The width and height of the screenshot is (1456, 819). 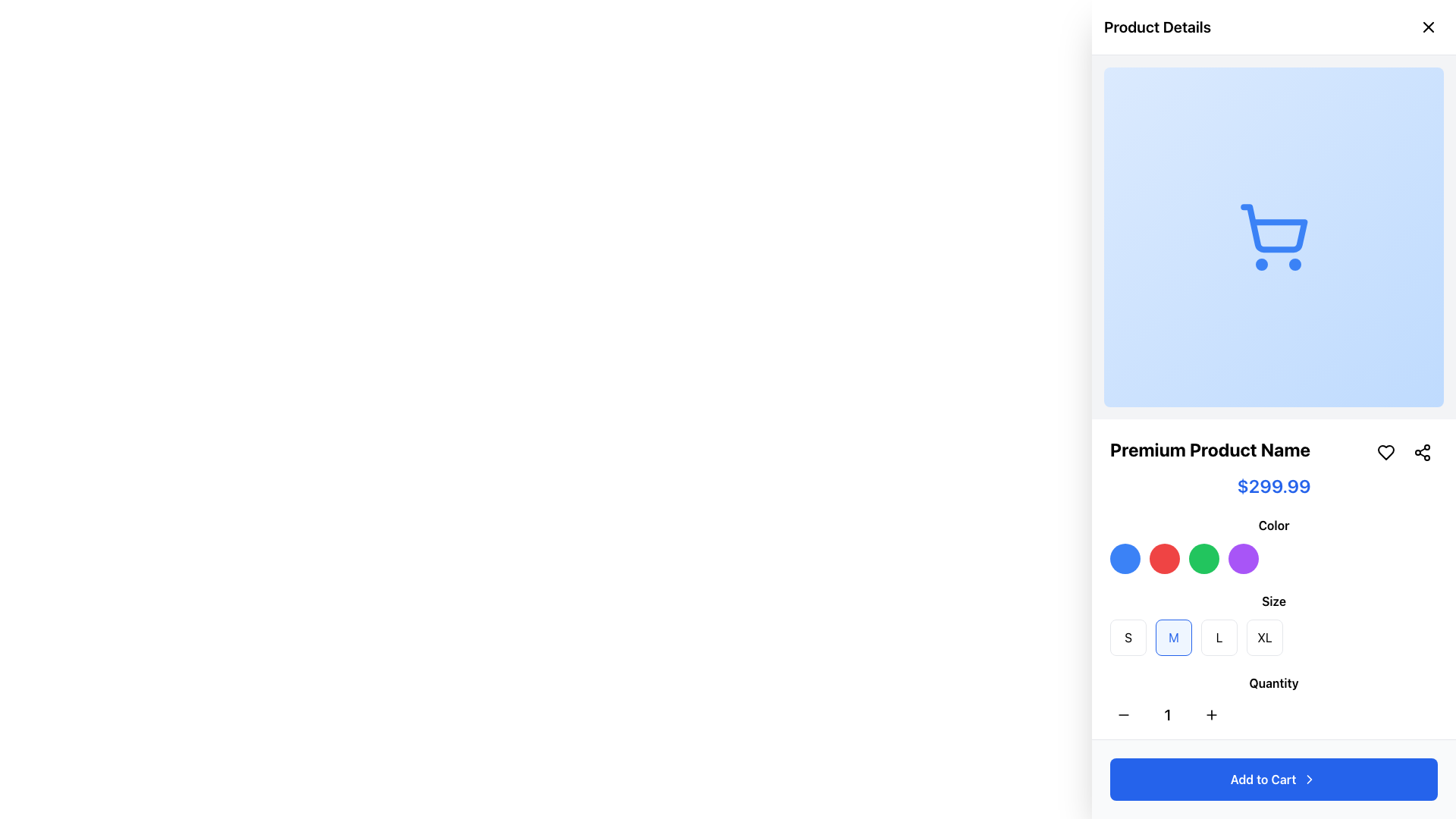 I want to click on the heart-shaped button with a black outline, so click(x=1386, y=452).